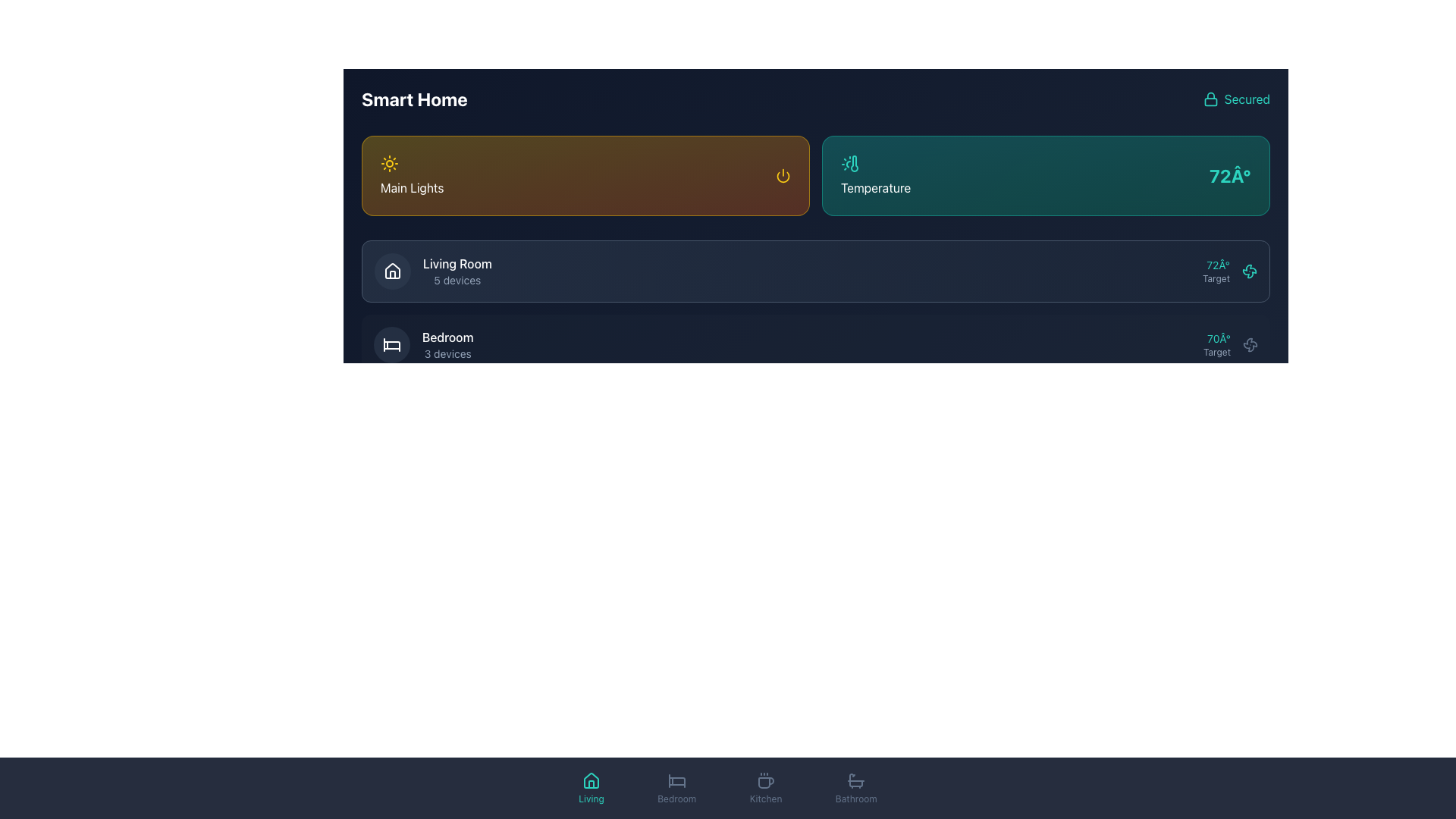  Describe the element at coordinates (1249, 271) in the screenshot. I see `the teal circular fan icon with radial blades located in the middle-right area of the Bedroom card, near the 'Target' label and temperature value` at that location.